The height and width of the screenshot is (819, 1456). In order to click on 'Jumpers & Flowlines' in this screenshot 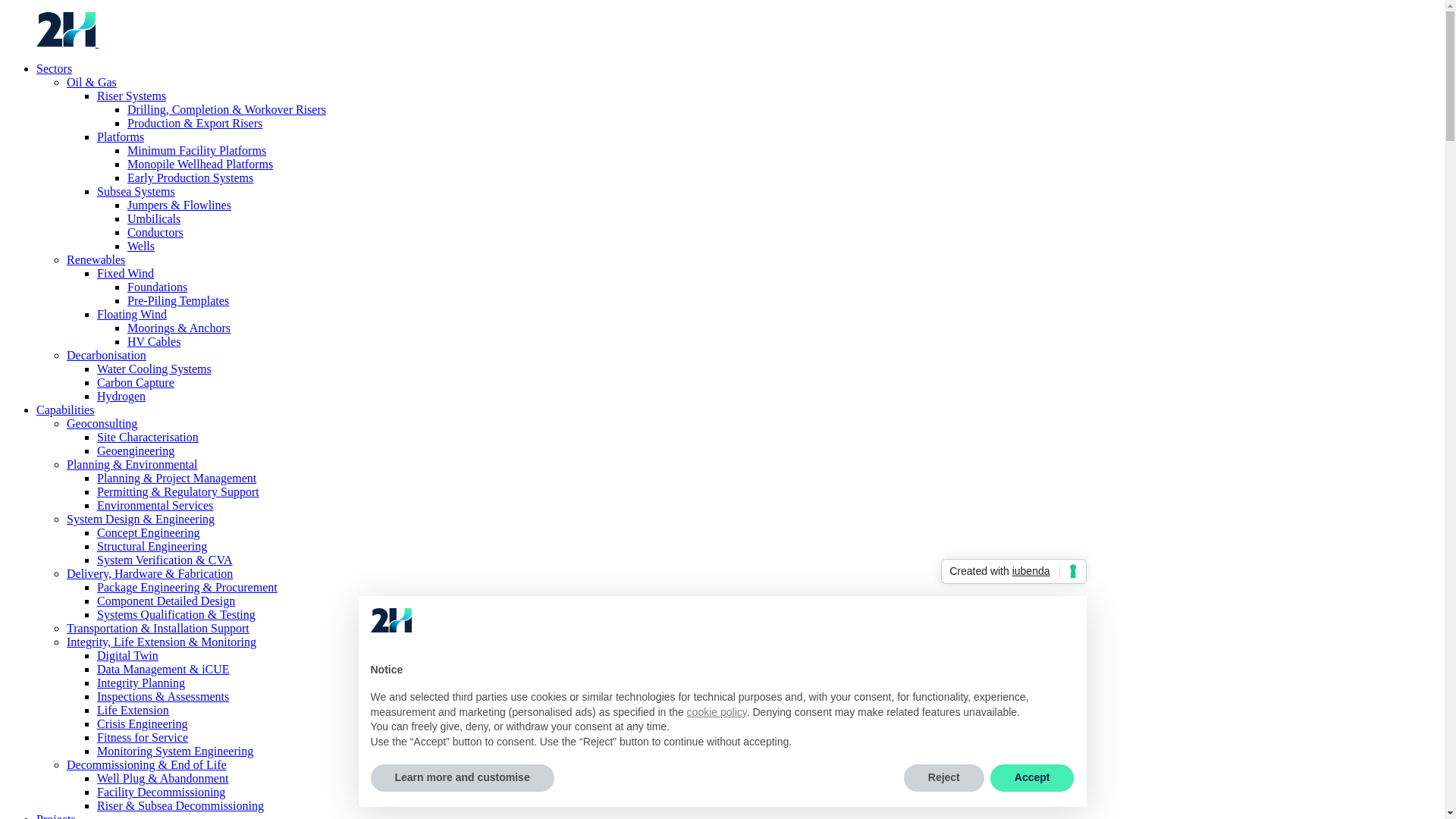, I will do `click(179, 205)`.